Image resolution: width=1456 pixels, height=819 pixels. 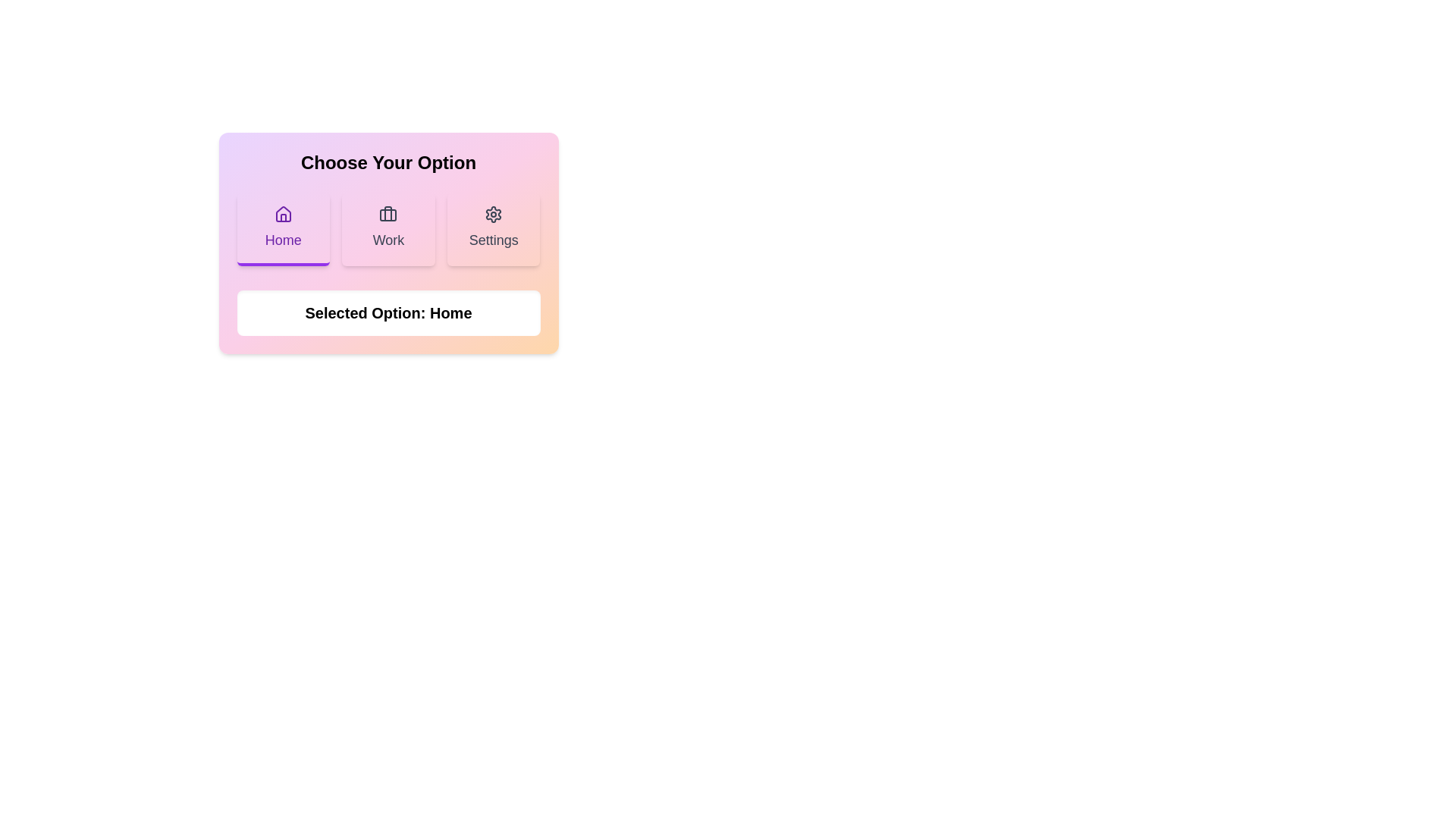 What do you see at coordinates (283, 214) in the screenshot?
I see `the 'Home' icon, which is a vector graphic element located in the leftmost button of a horizontal group of three buttons at the top of the main content area` at bounding box center [283, 214].